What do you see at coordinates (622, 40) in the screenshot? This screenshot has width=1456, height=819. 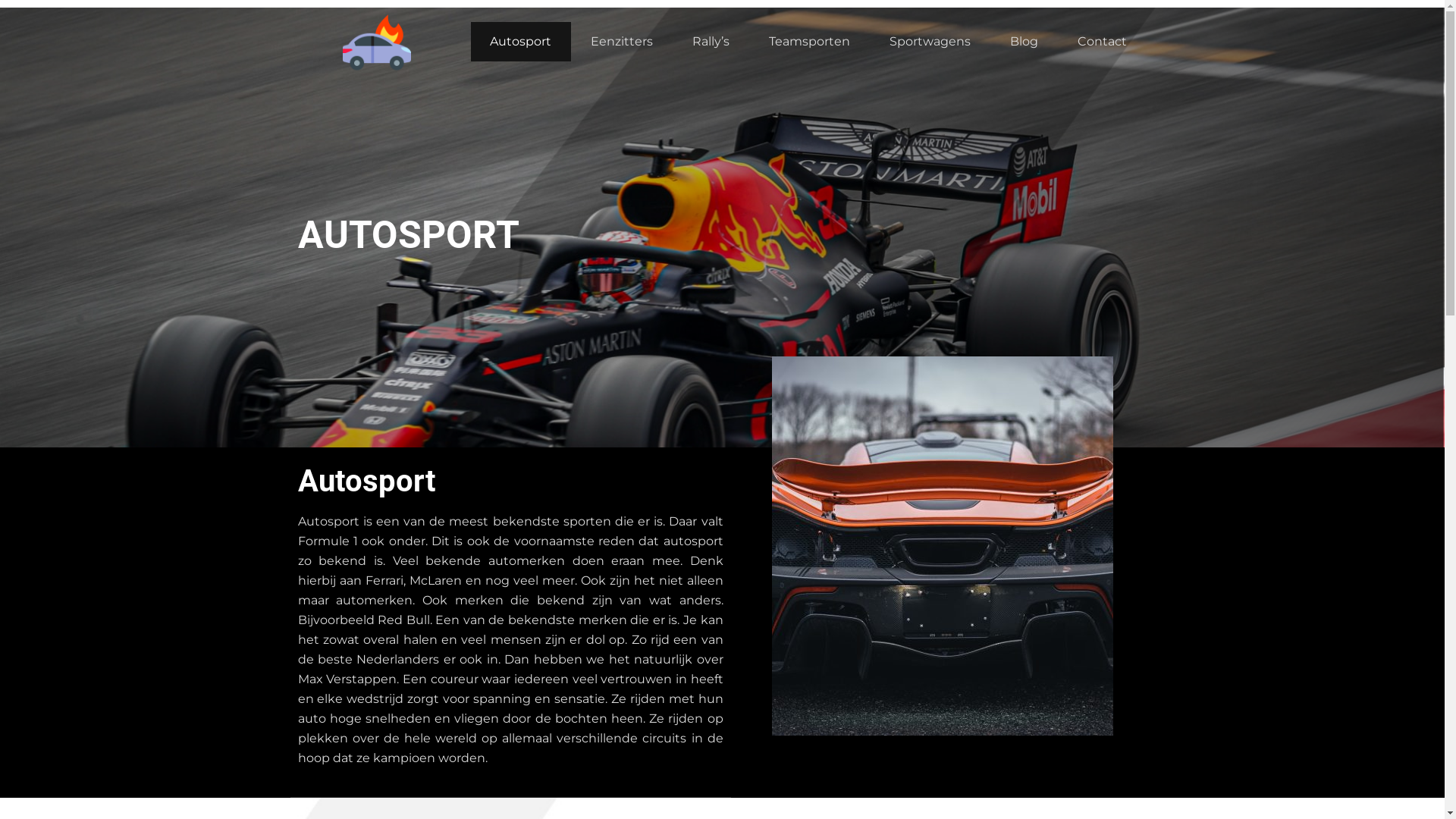 I see `'Eenzitters'` at bounding box center [622, 40].